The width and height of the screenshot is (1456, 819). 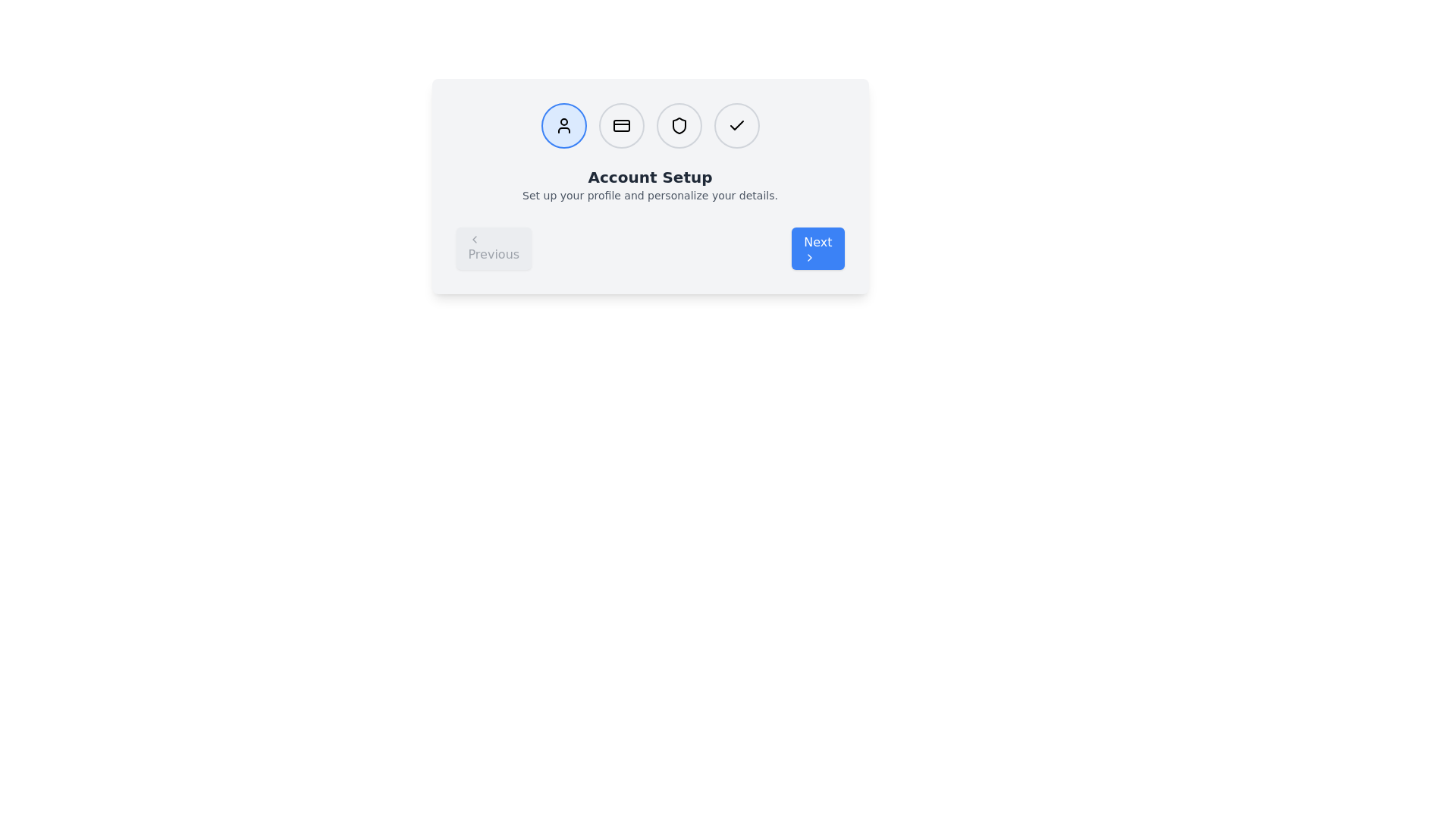 What do you see at coordinates (736, 124) in the screenshot?
I see `the checkmark icon indicating completion or selection in the top-right area of the icon sequence above the 'Account Setup' label` at bounding box center [736, 124].